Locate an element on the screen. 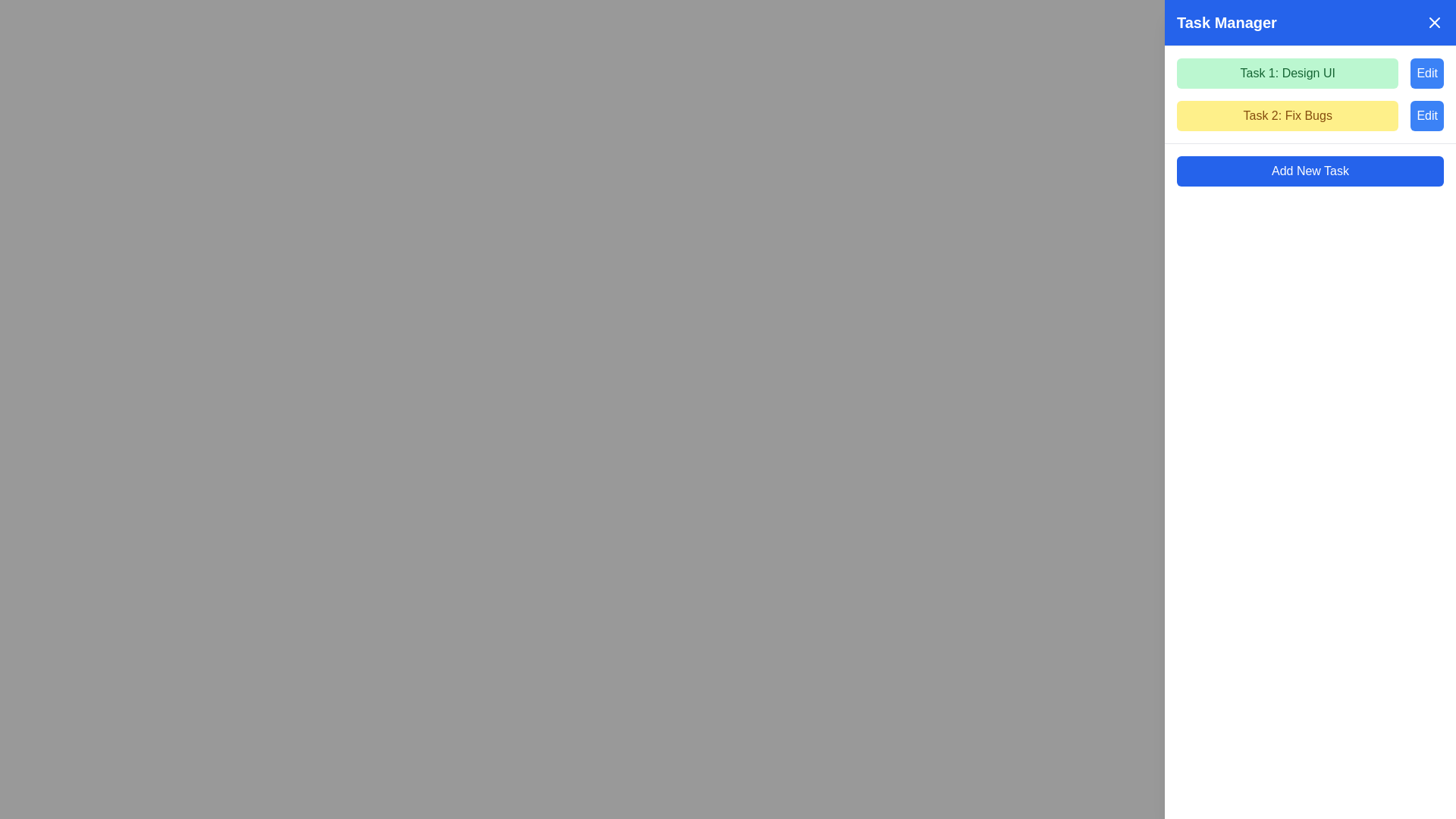 Image resolution: width=1456 pixels, height=819 pixels. the Task item with text and 'Edit' button, positioned at the top of the task list is located at coordinates (1310, 73).